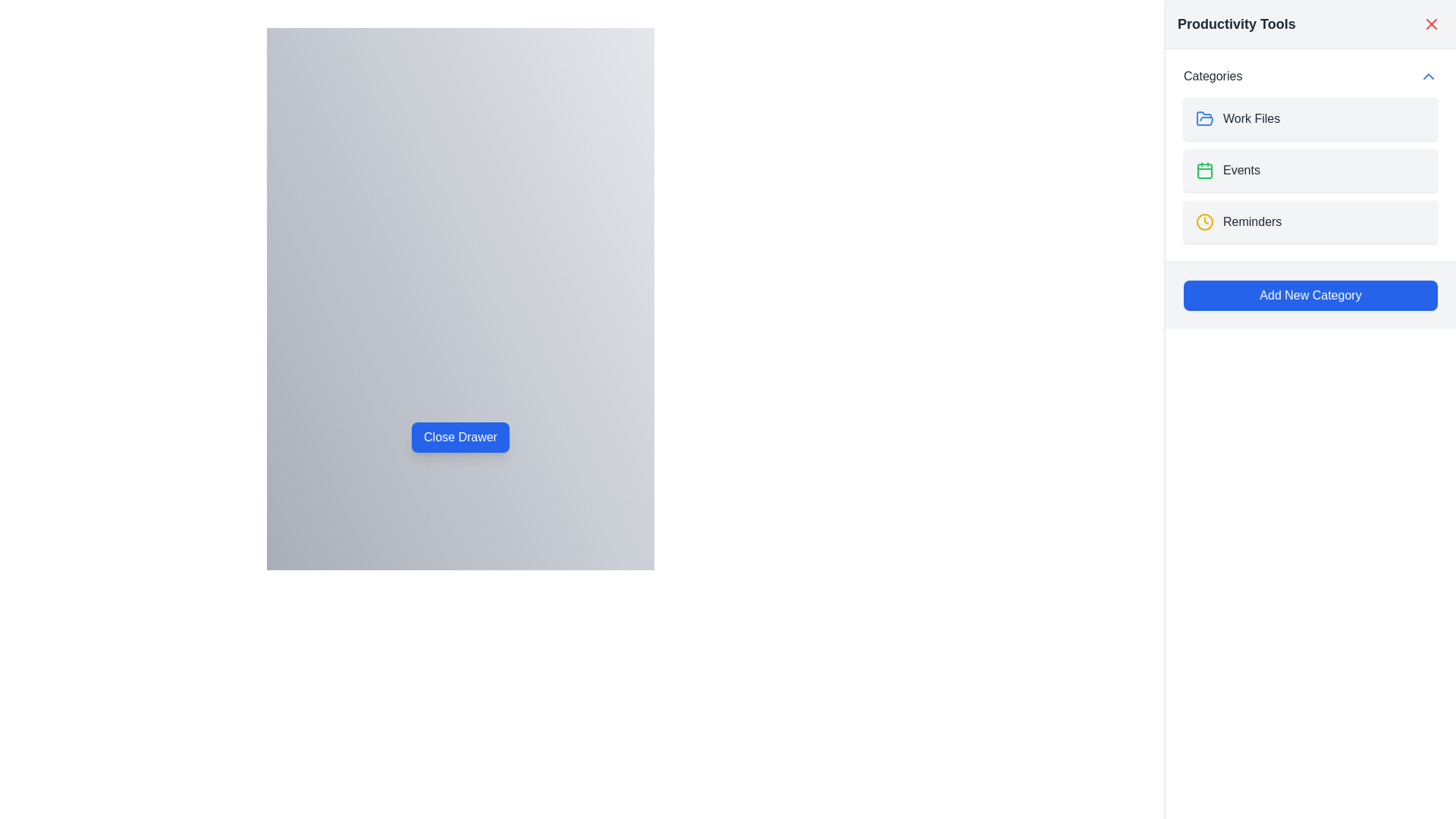  What do you see at coordinates (1203, 118) in the screenshot?
I see `the 'Work Files' category icon located in the sidebar, adjacent` at bounding box center [1203, 118].